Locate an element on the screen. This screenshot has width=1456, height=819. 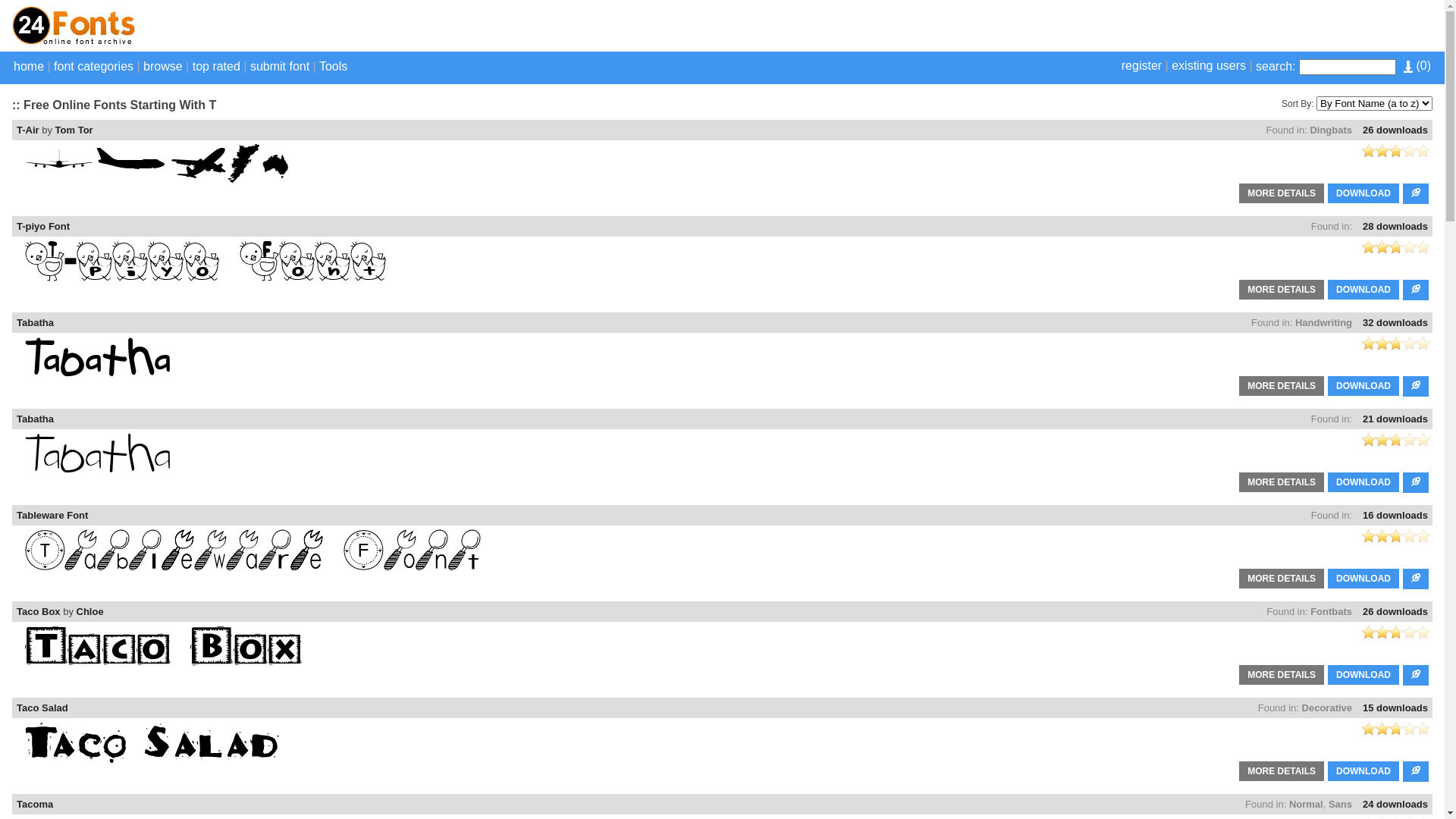
'T-Air' is located at coordinates (28, 129).